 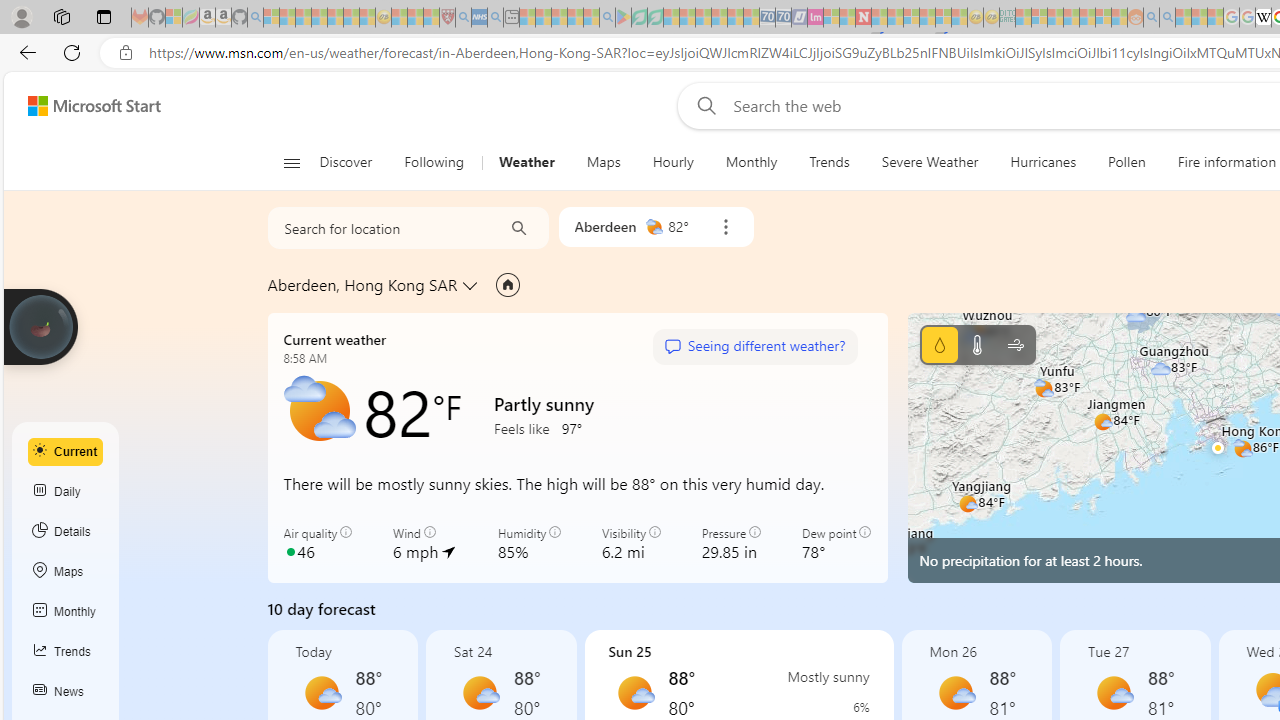 What do you see at coordinates (430, 17) in the screenshot?
I see `'Local - MSN - Sleeping'` at bounding box center [430, 17].